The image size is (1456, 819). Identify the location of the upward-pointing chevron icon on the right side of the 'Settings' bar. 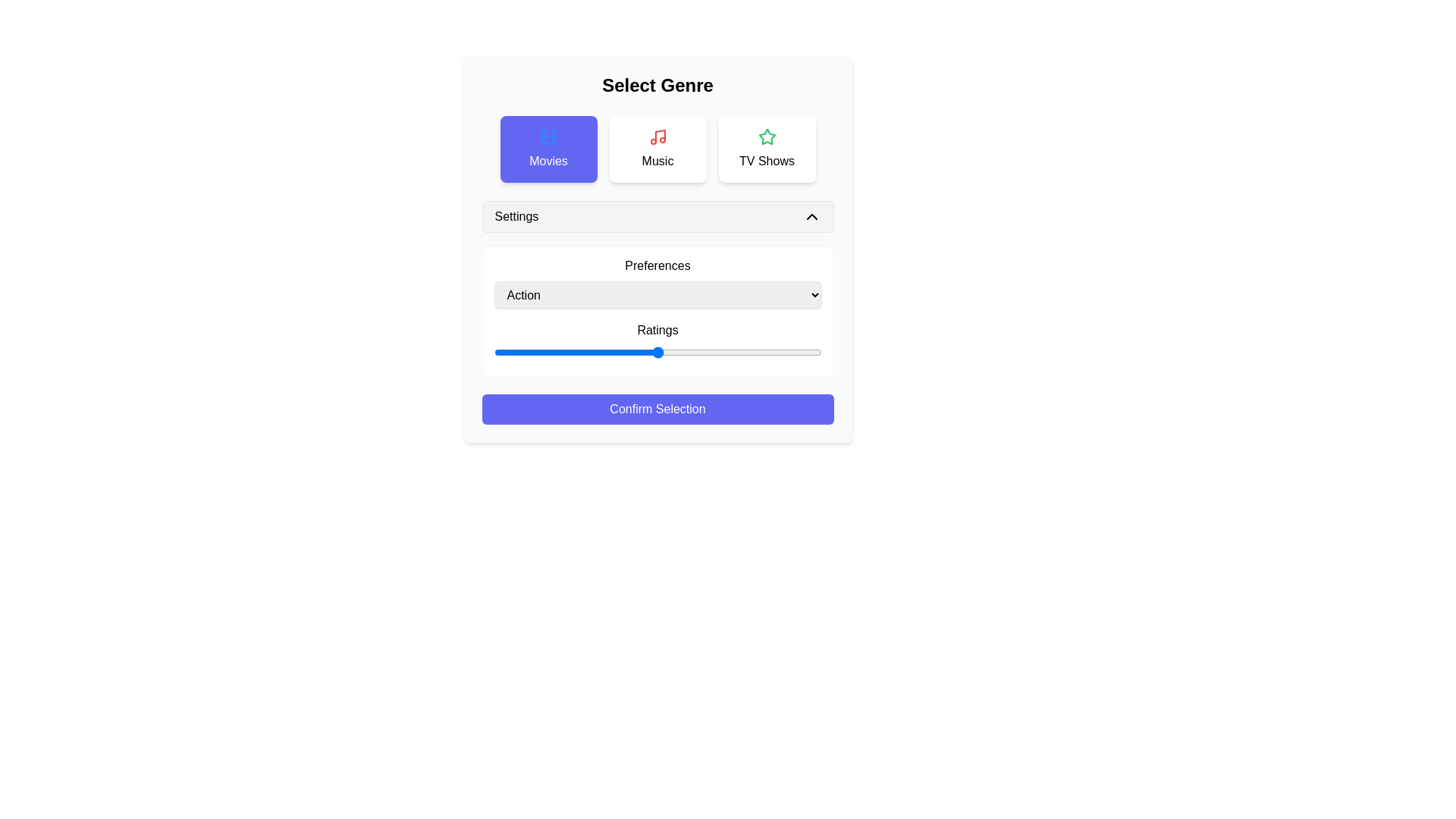
(811, 216).